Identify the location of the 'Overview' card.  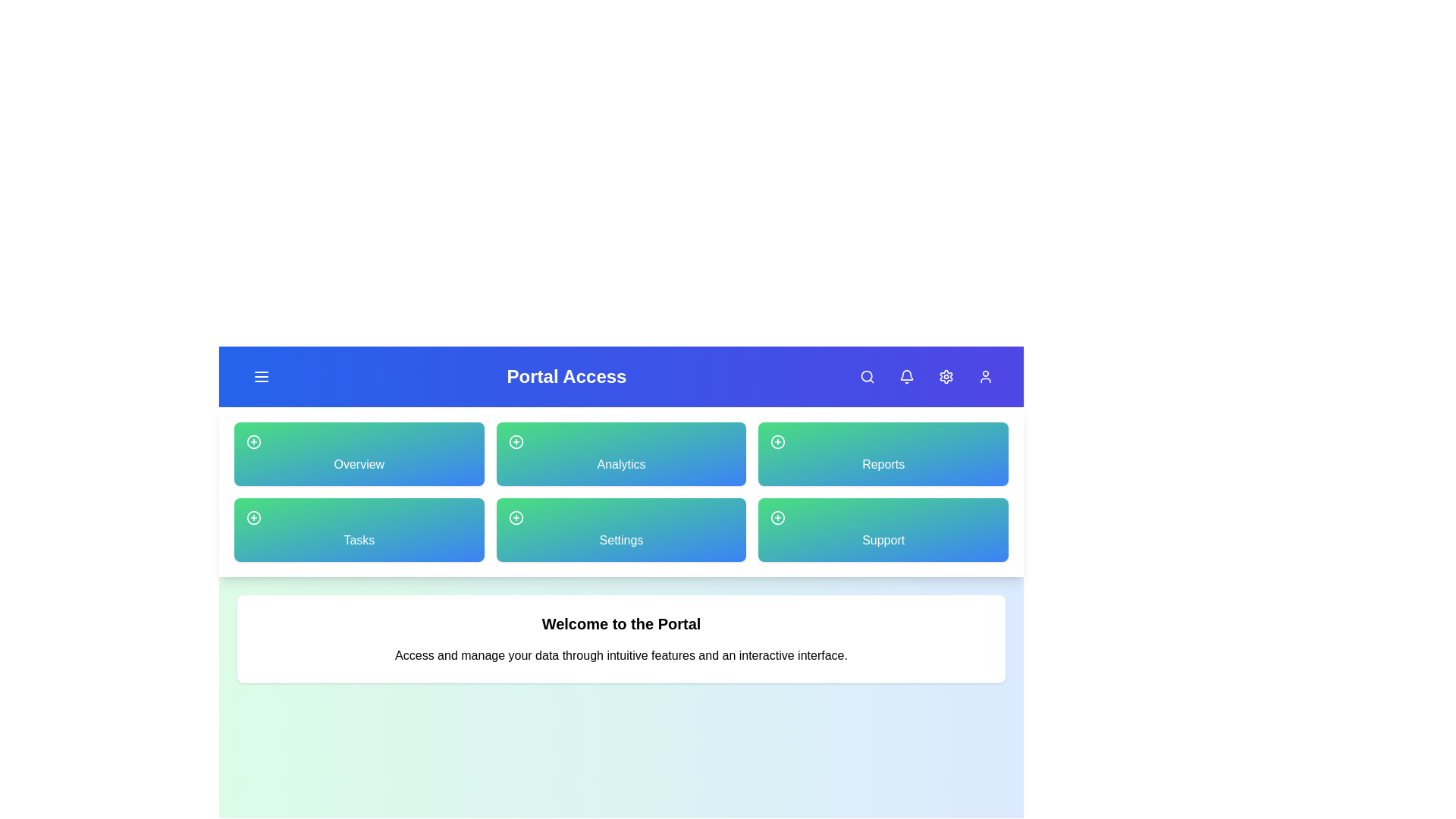
(358, 453).